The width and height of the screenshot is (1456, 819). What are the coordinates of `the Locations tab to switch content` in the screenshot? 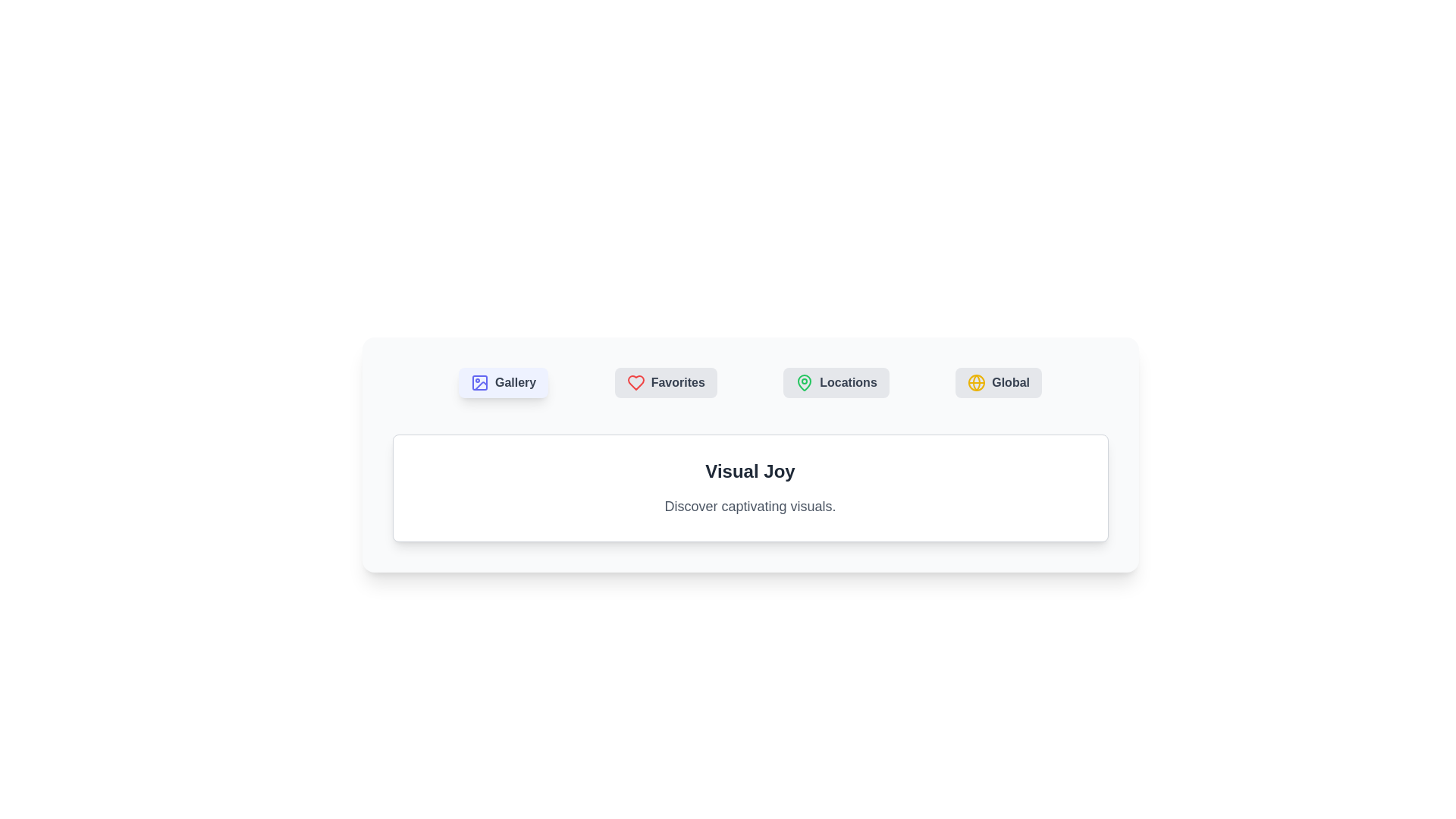 It's located at (836, 382).